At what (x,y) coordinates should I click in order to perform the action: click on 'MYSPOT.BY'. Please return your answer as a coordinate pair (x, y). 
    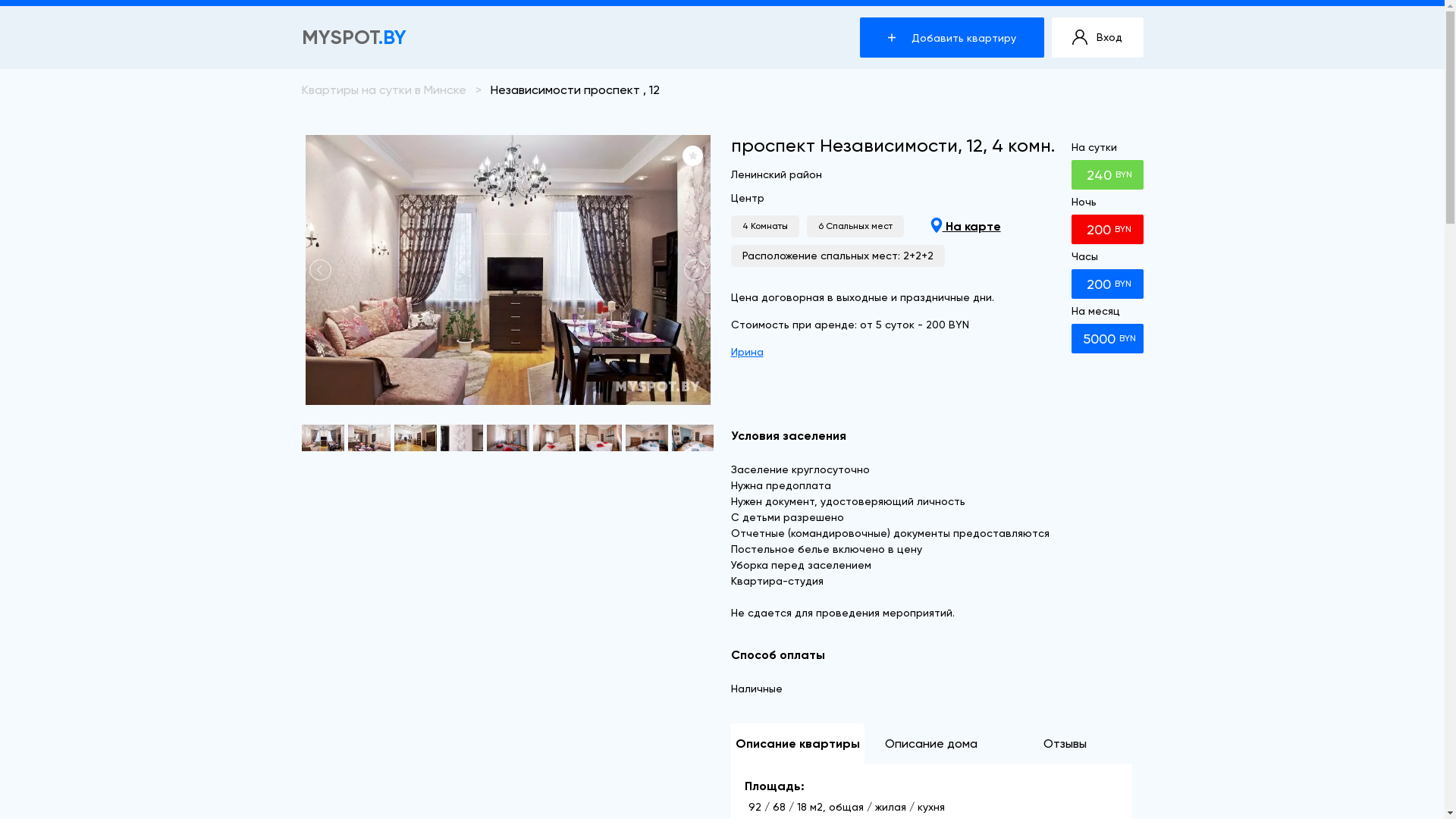
    Looking at the image, I should click on (302, 36).